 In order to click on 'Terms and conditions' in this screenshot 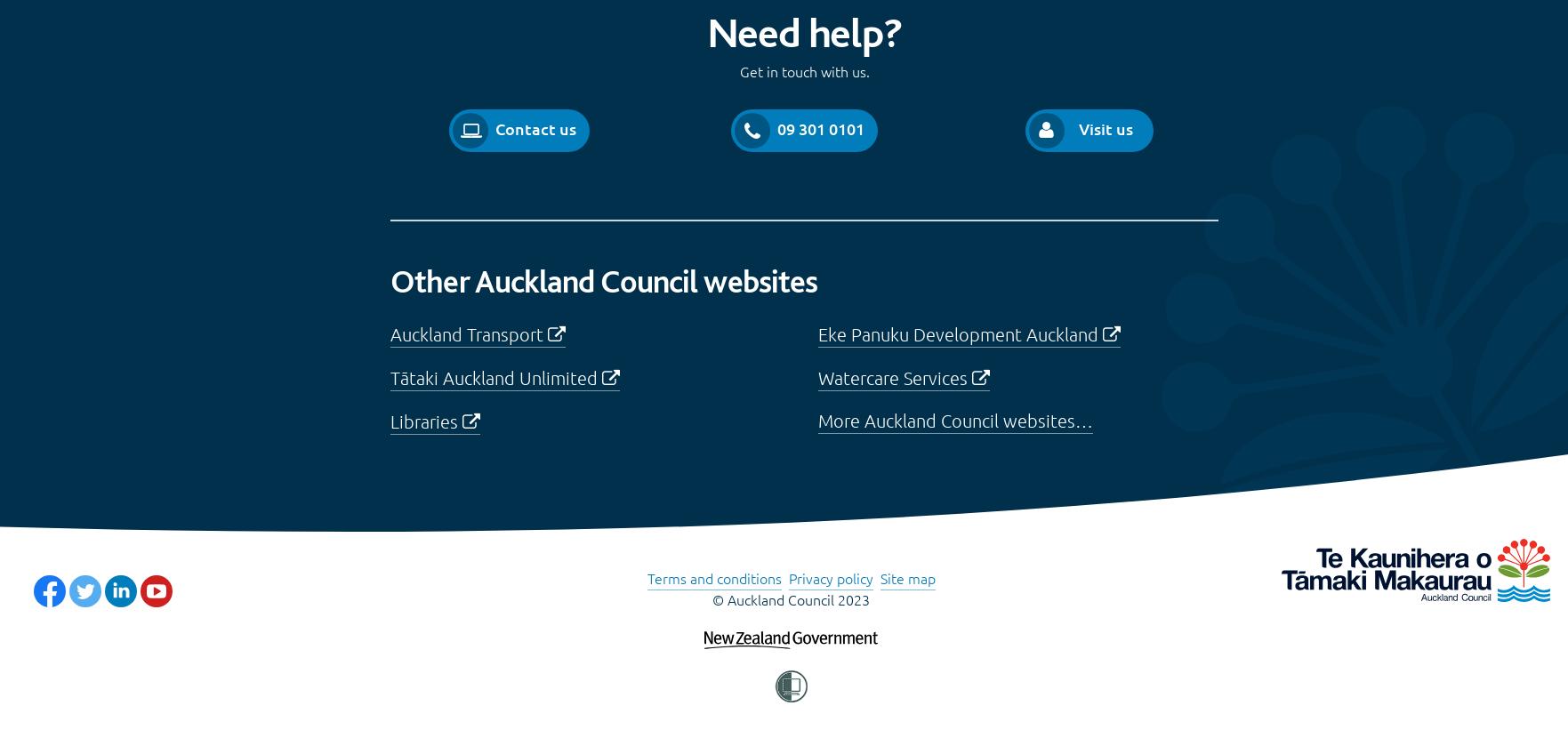, I will do `click(713, 576)`.